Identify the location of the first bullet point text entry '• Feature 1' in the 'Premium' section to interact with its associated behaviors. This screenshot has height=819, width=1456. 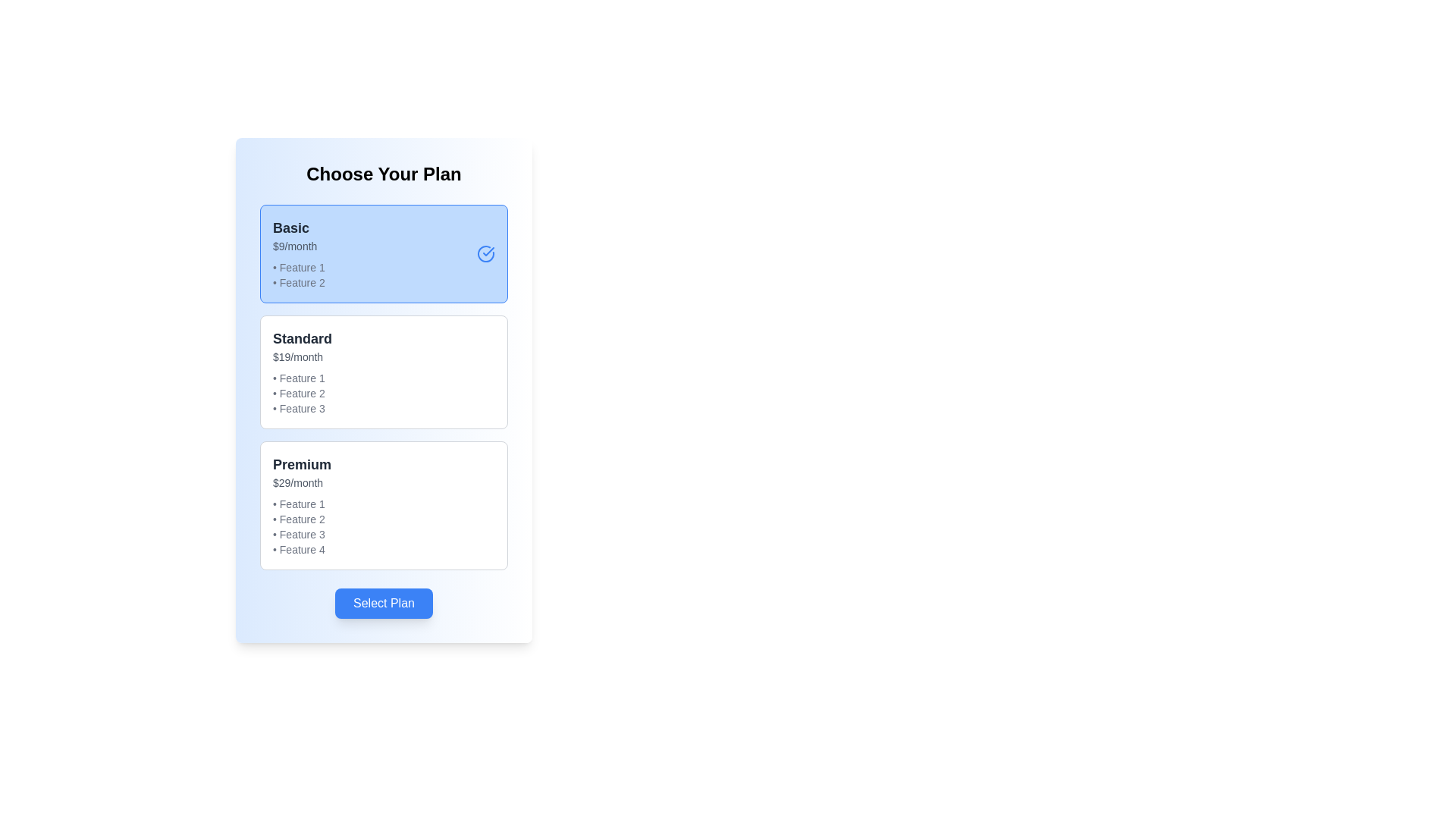
(302, 504).